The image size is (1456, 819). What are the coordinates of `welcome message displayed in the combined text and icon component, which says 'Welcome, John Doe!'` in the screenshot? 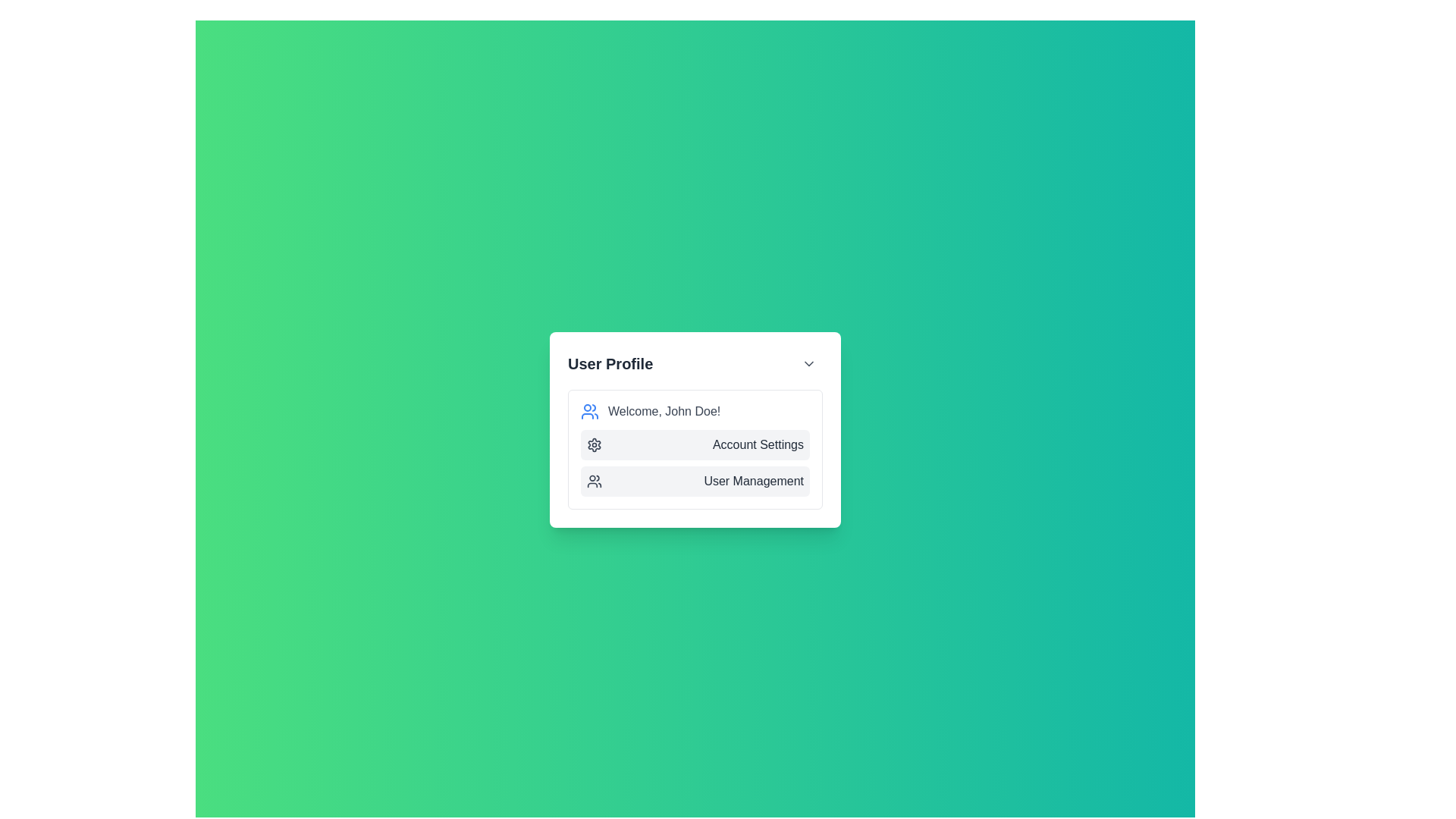 It's located at (694, 412).